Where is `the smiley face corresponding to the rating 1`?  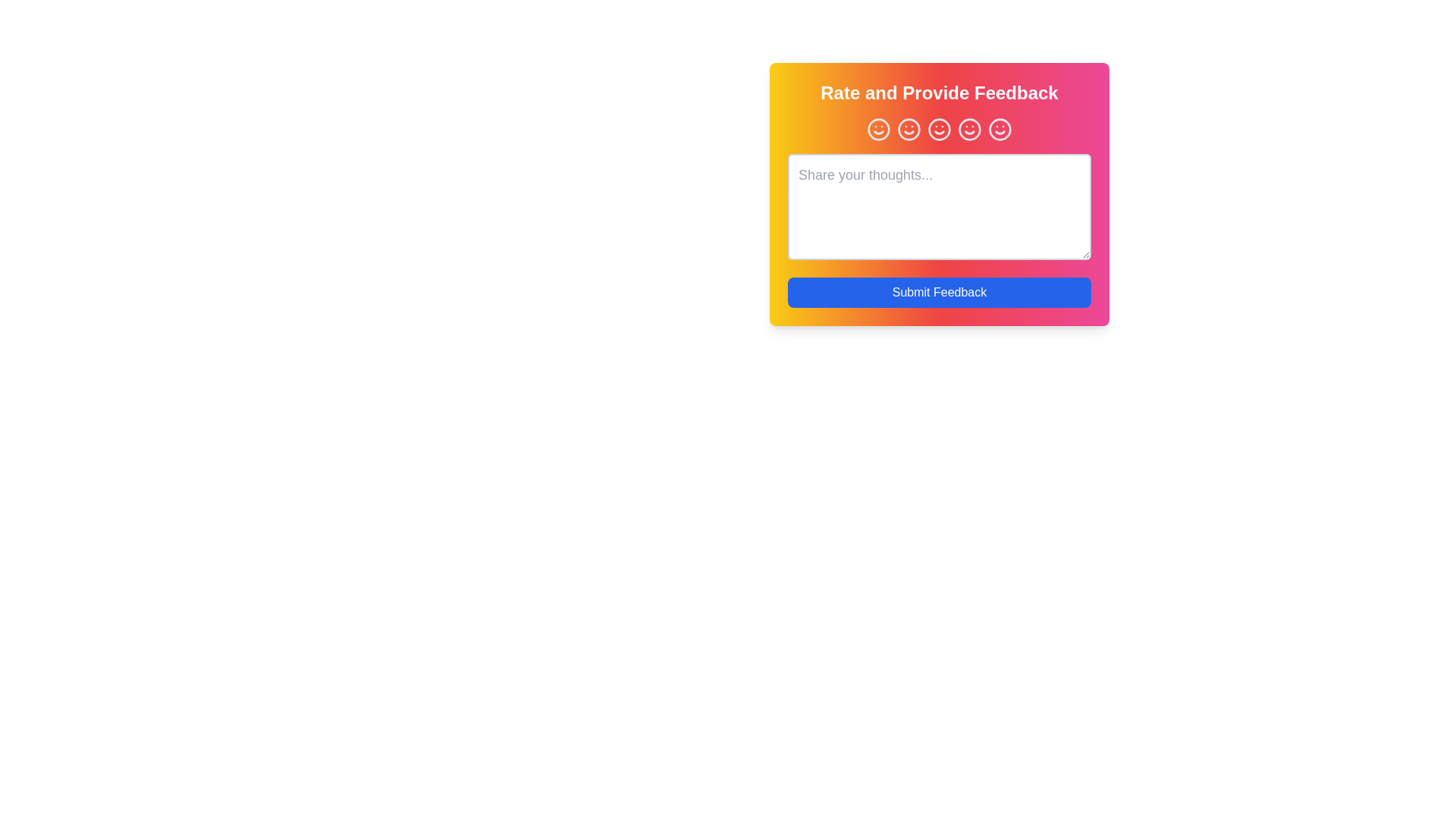
the smiley face corresponding to the rating 1 is located at coordinates (878, 128).